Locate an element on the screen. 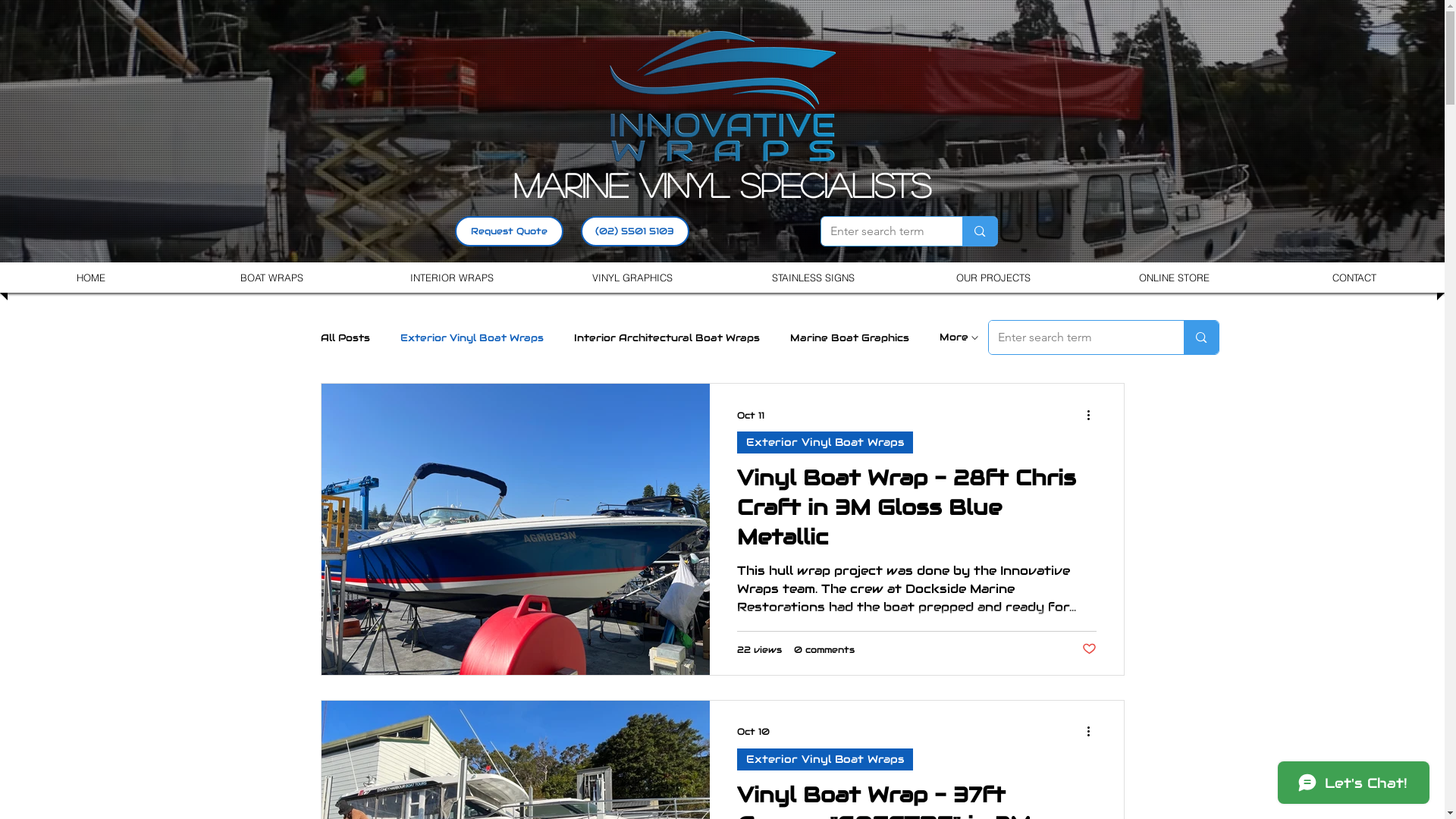  'All Posts' is located at coordinates (344, 336).